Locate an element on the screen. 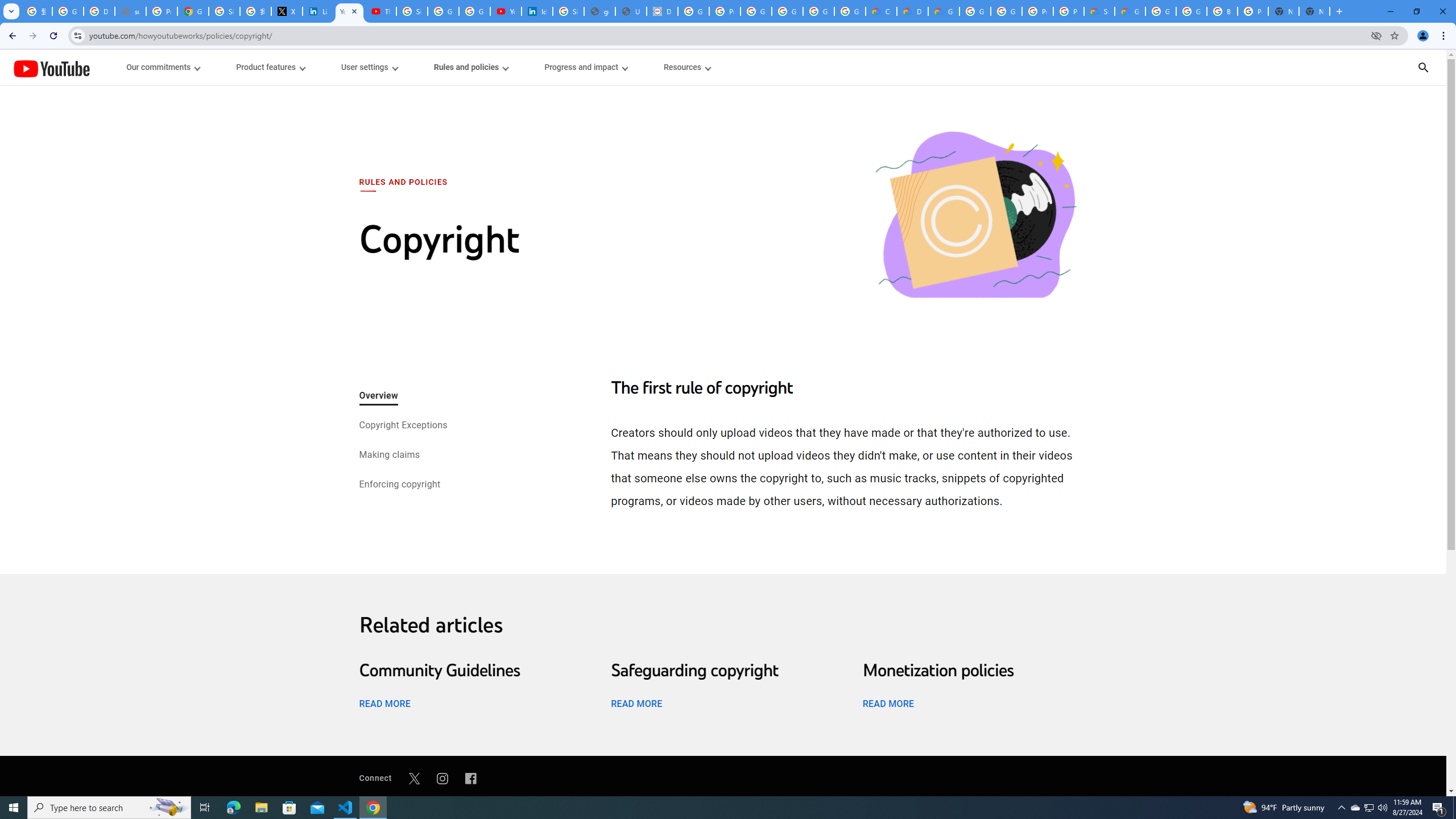 Image resolution: width=1456 pixels, height=819 pixels. 'New Tab' is located at coordinates (1314, 11).